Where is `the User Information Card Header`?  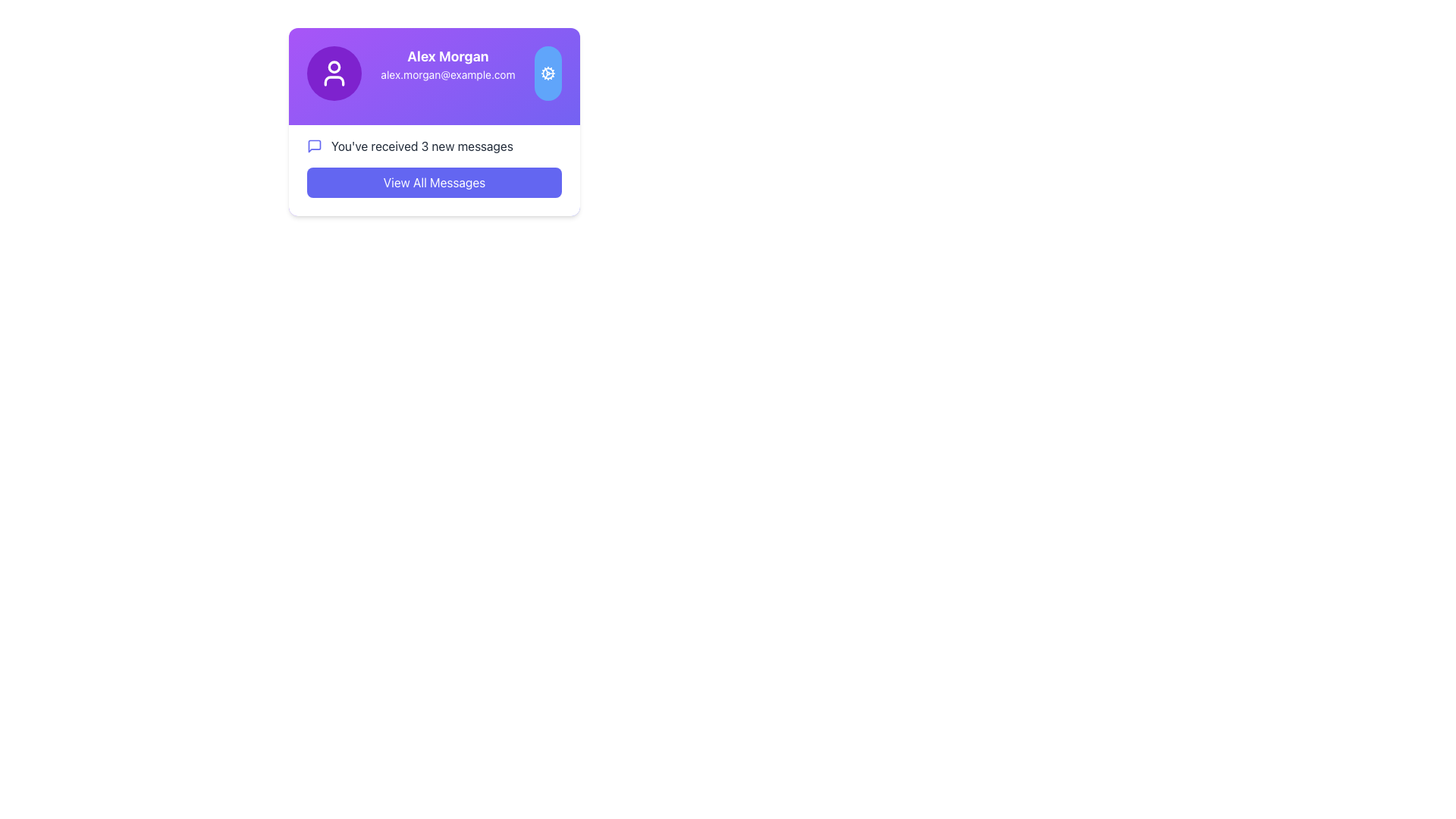
the User Information Card Header is located at coordinates (433, 73).